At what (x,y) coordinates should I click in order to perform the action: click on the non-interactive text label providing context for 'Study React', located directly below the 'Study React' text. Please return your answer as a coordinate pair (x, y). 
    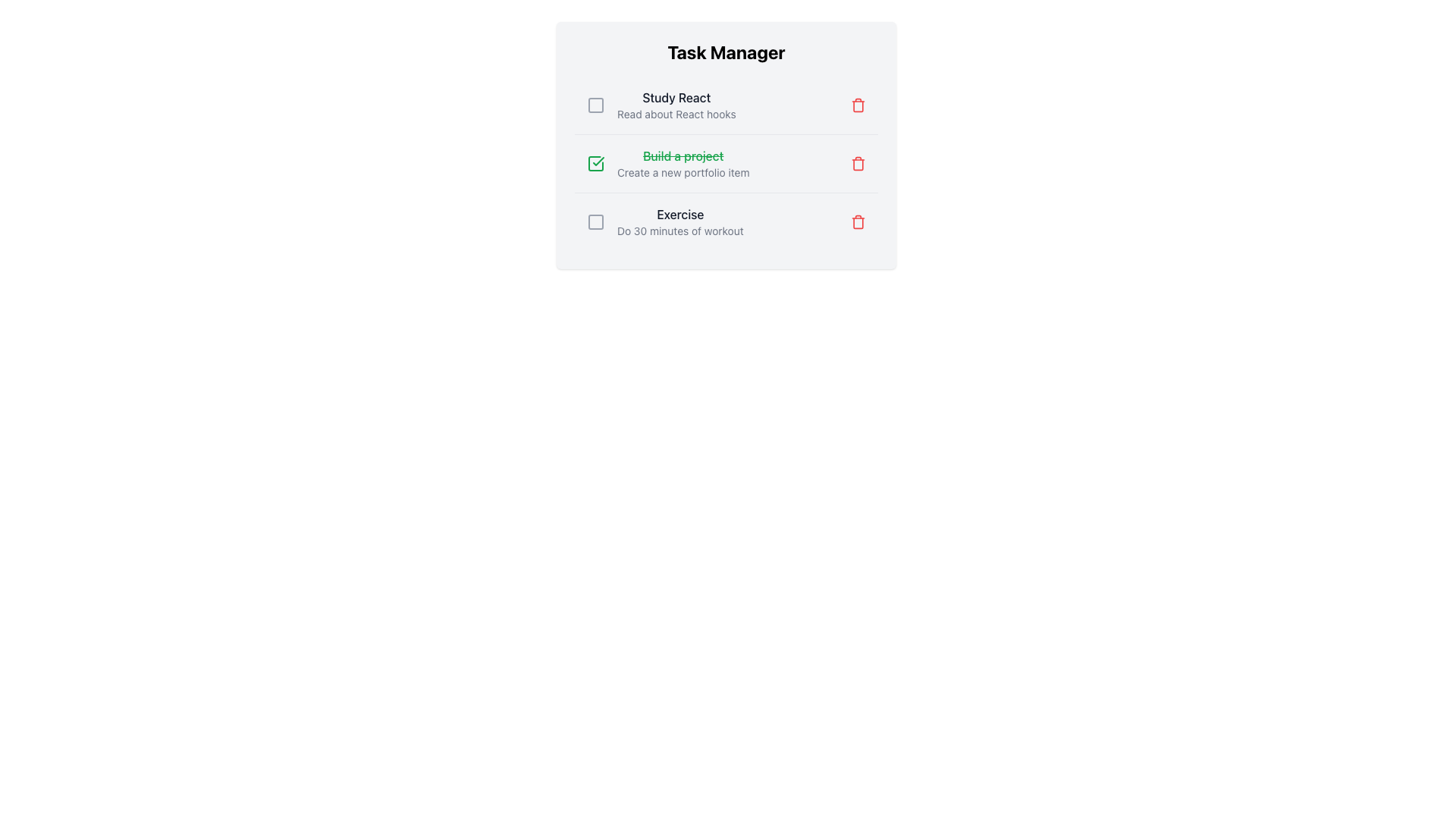
    Looking at the image, I should click on (676, 113).